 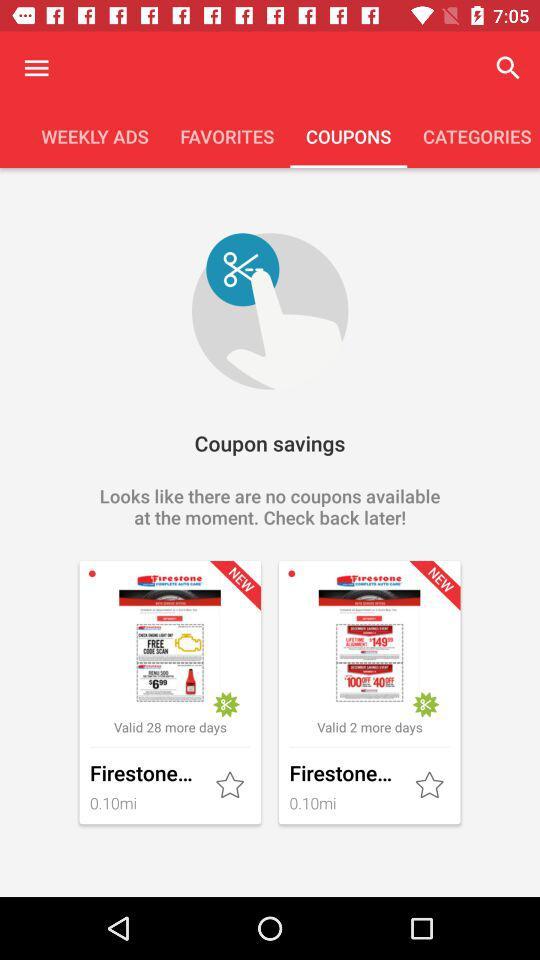 What do you see at coordinates (430, 786) in the screenshot?
I see `this as a favorite` at bounding box center [430, 786].